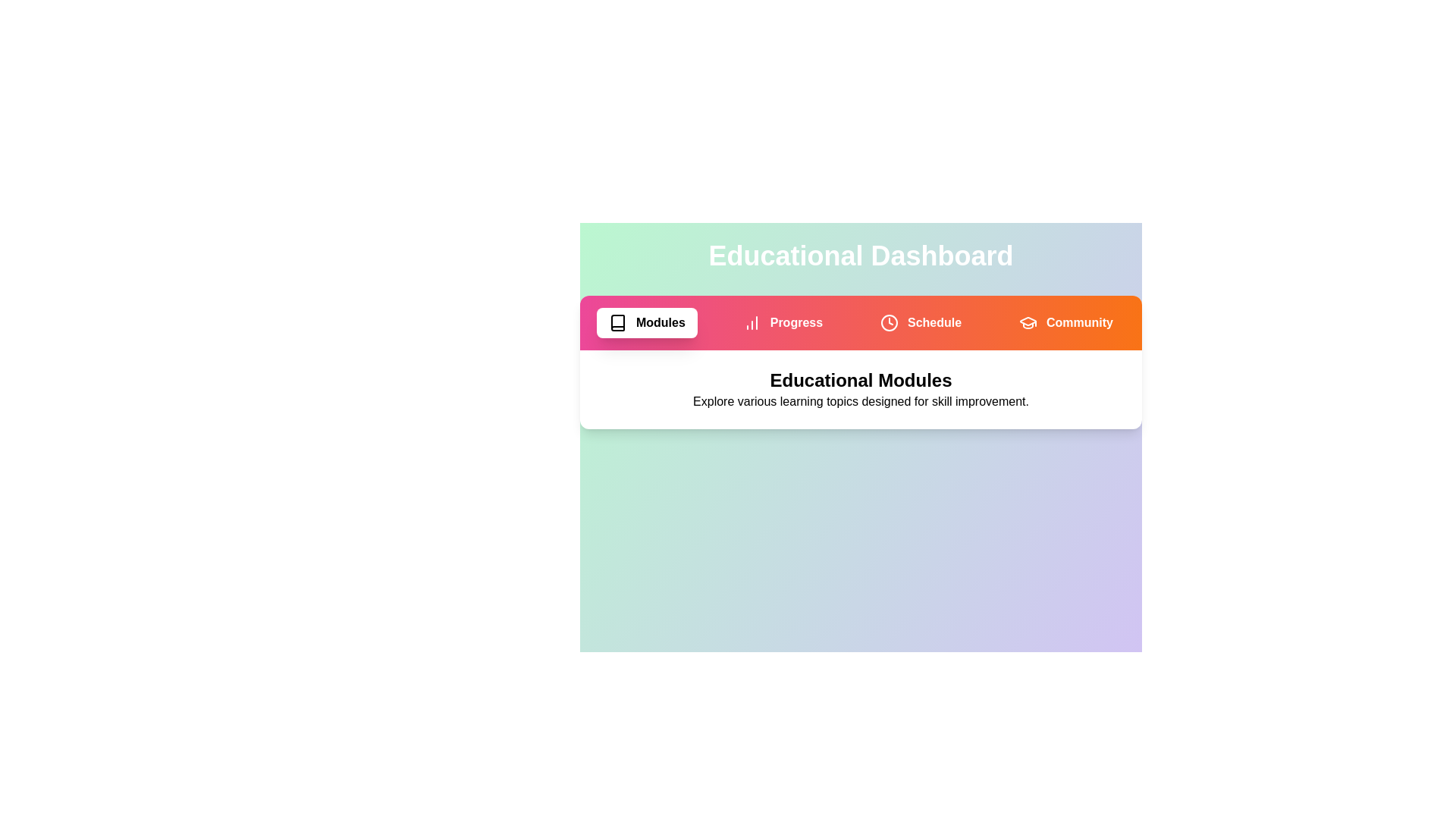  I want to click on the Informational panel that introduces the 'Educational Modules' section, located centrally below the navigation bar, so click(861, 362).